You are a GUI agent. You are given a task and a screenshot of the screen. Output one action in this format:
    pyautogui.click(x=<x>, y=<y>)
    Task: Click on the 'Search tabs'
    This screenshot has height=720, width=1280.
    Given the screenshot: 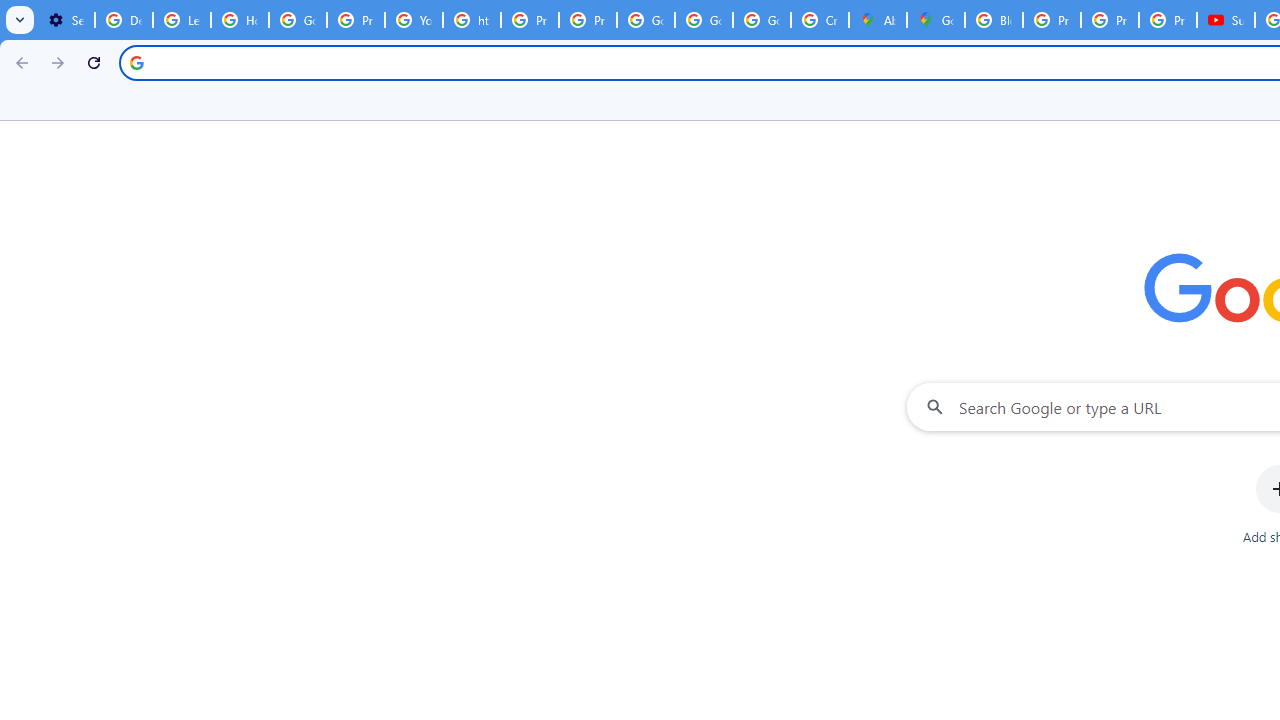 What is the action you would take?
    pyautogui.click(x=20, y=20)
    